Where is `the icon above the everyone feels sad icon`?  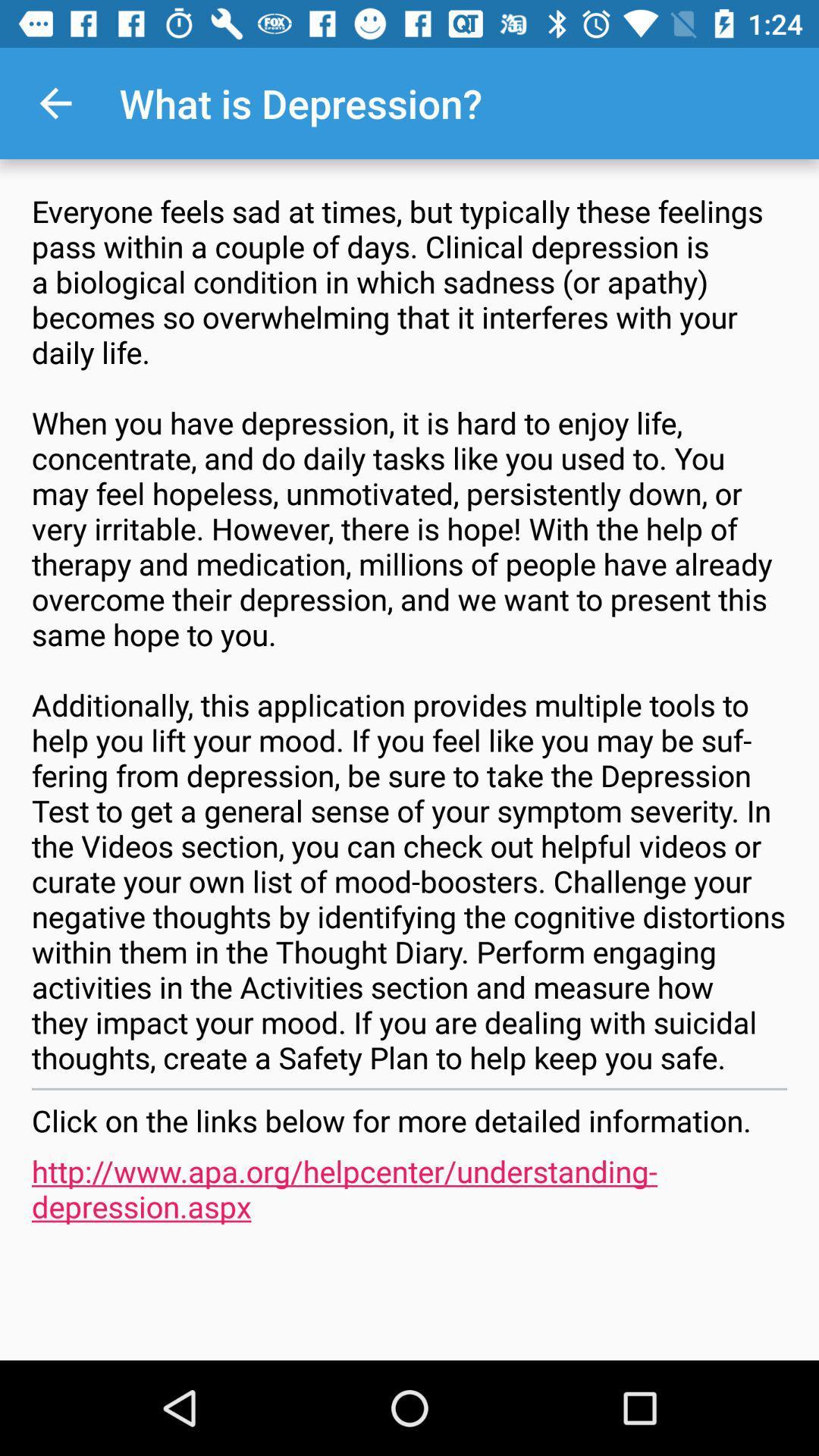 the icon above the everyone feels sad icon is located at coordinates (55, 102).